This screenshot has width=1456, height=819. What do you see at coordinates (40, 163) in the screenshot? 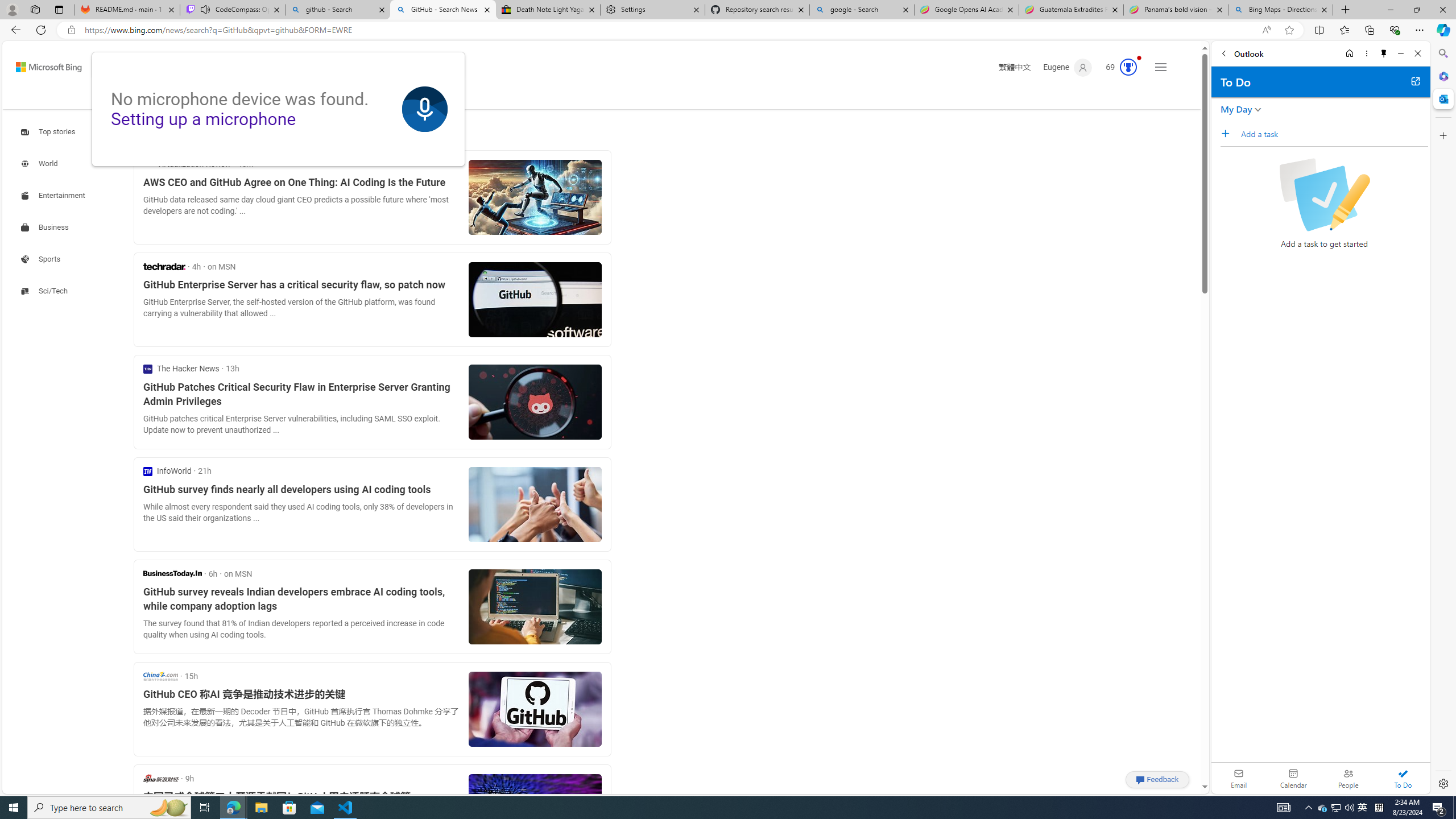
I see `'Search news about World'` at bounding box center [40, 163].